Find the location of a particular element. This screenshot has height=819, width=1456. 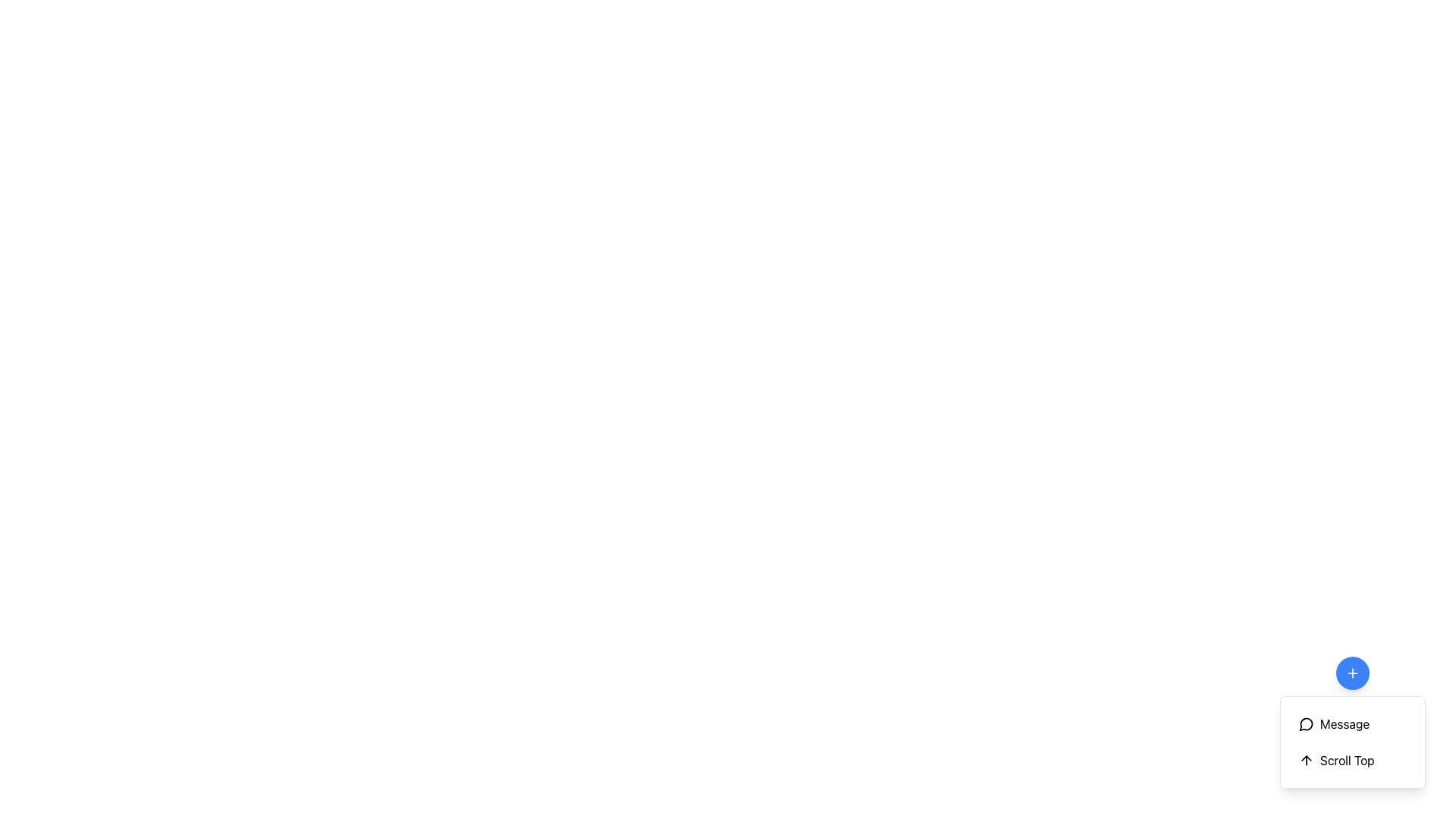

to select or activate the Interactive menu option, which is a rectangular white card containing 'Message' and 'Scroll Top' options, located in the bottom-right corner of the interface is located at coordinates (1353, 721).